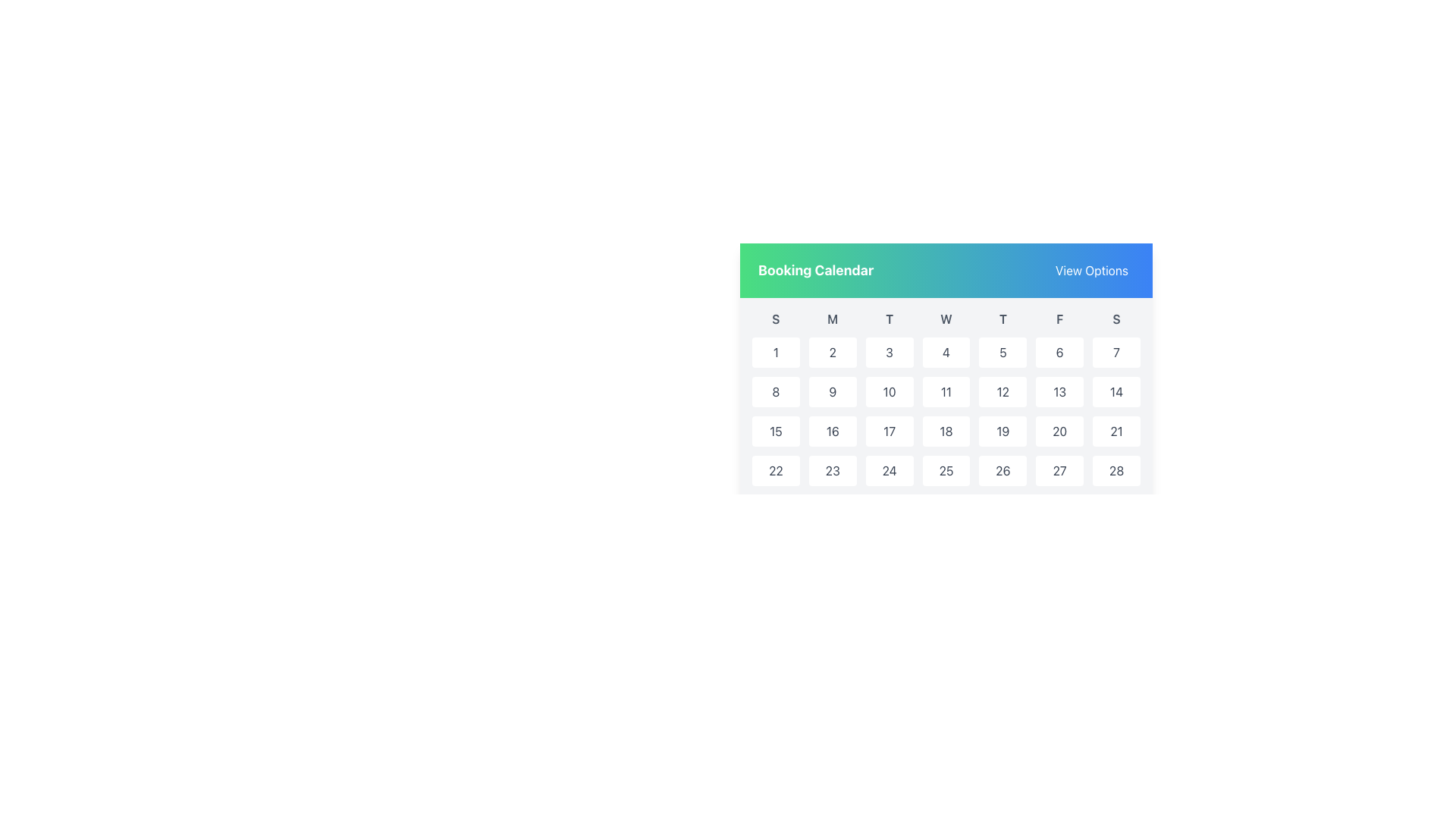 The height and width of the screenshot is (819, 1456). What do you see at coordinates (1059, 470) in the screenshot?
I see `the date cell displaying the number '27' in the sixth column of the fifth row of the calendar grid` at bounding box center [1059, 470].